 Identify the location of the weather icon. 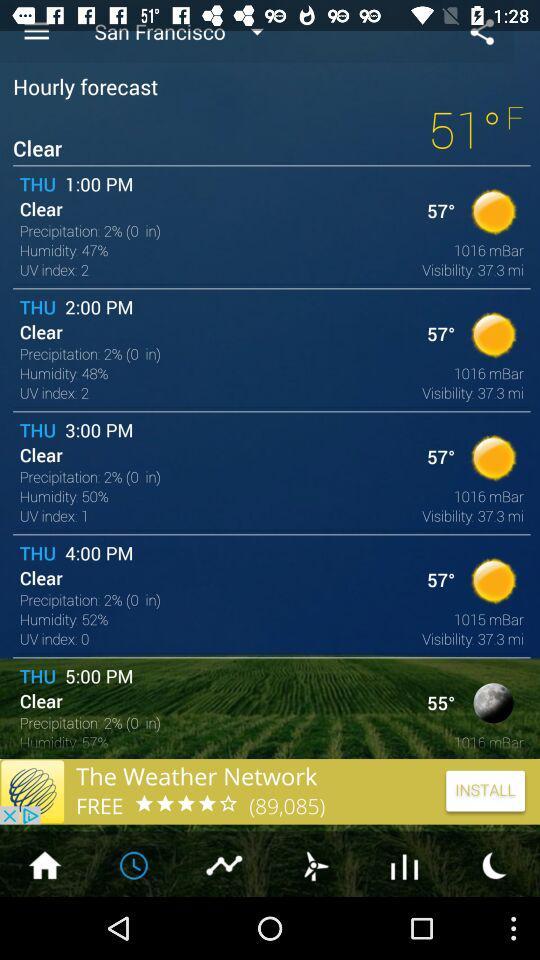
(314, 925).